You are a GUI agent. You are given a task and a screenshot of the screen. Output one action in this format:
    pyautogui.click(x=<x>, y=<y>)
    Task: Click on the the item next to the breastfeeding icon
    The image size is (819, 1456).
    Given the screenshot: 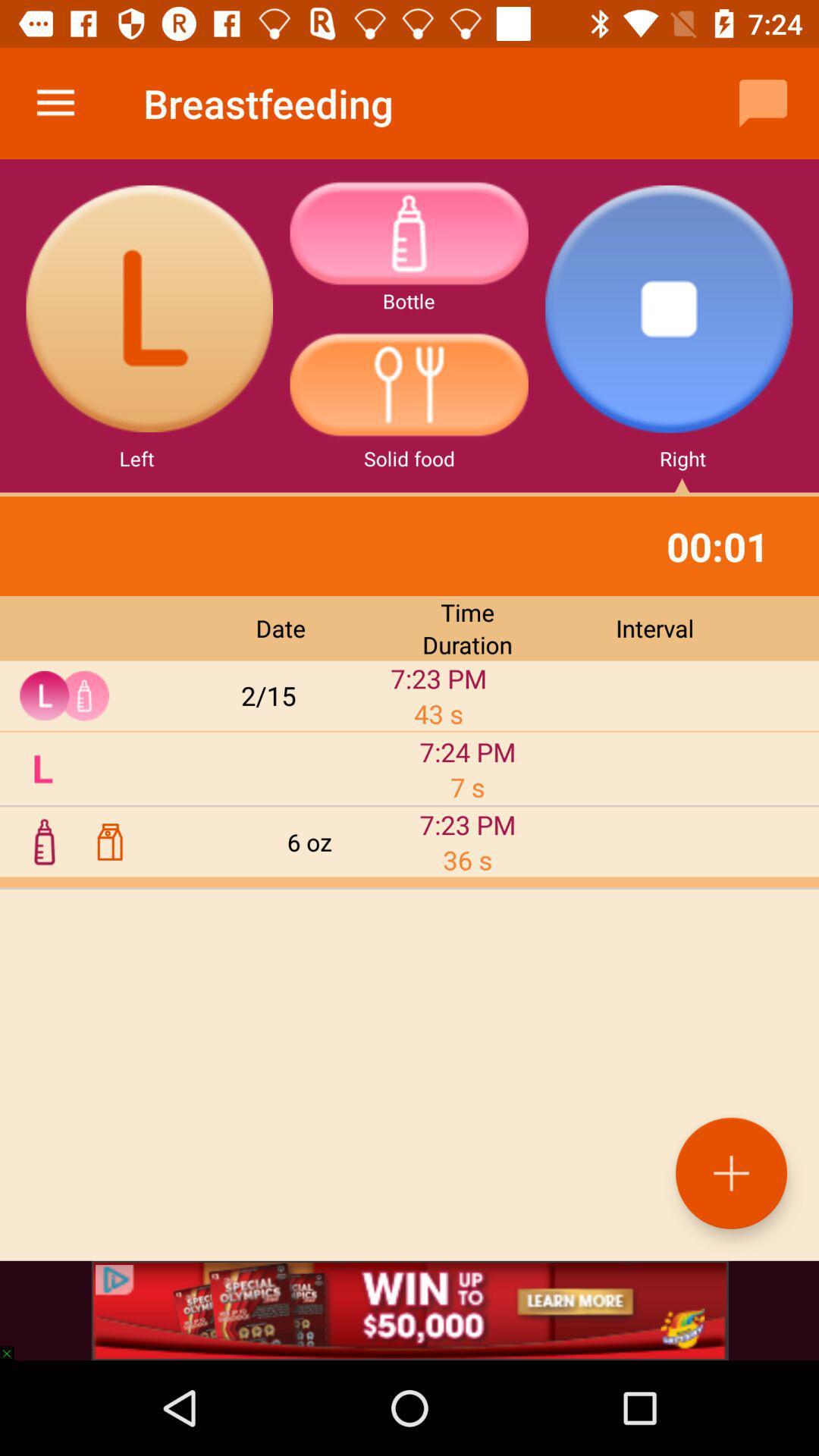 What is the action you would take?
    pyautogui.click(x=763, y=102)
    